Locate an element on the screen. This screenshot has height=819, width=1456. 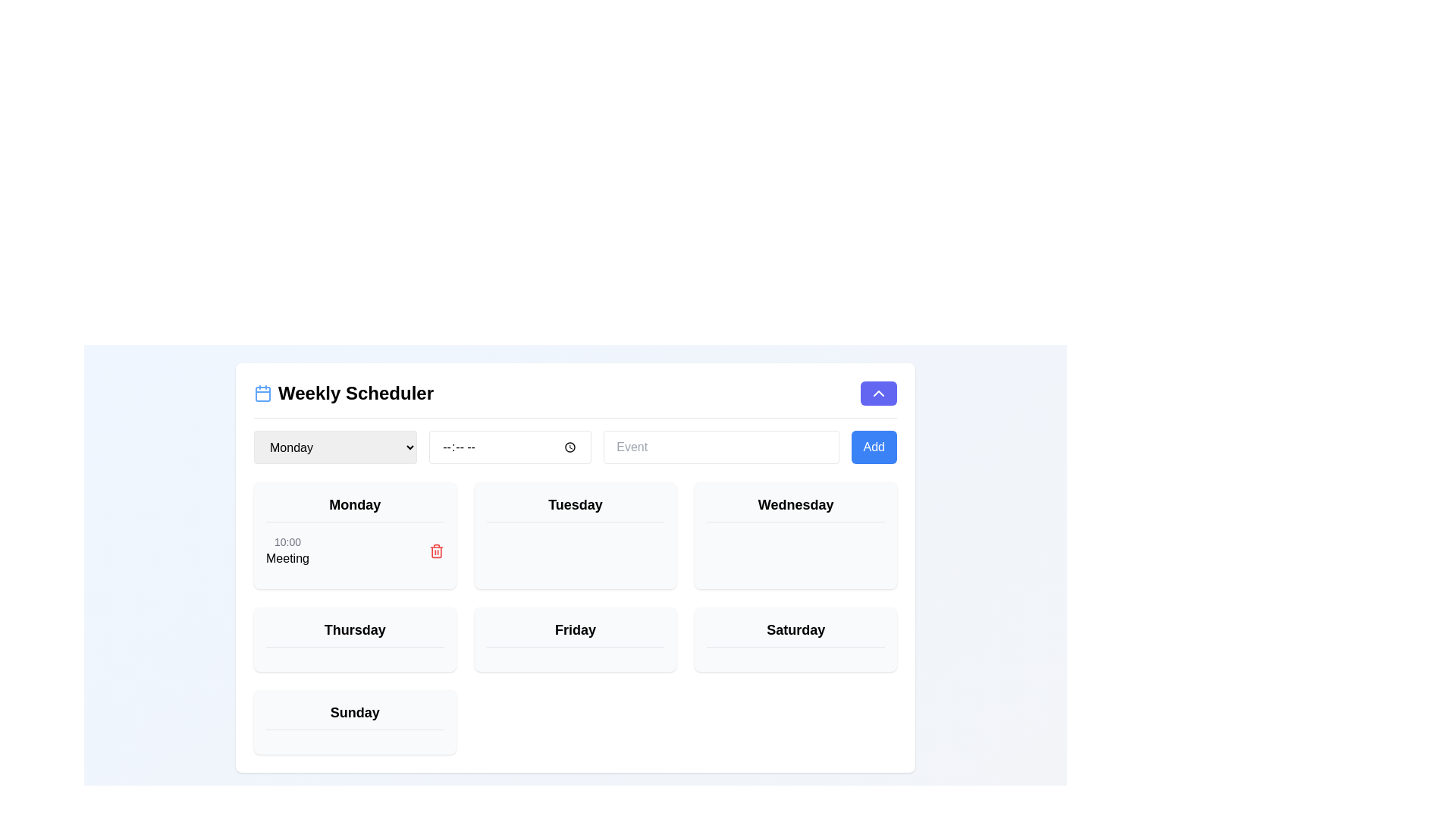
the event details by reading the text of the Event entry located under the header 'Monday', which contains the times and the title 'Meeting' is located at coordinates (354, 551).